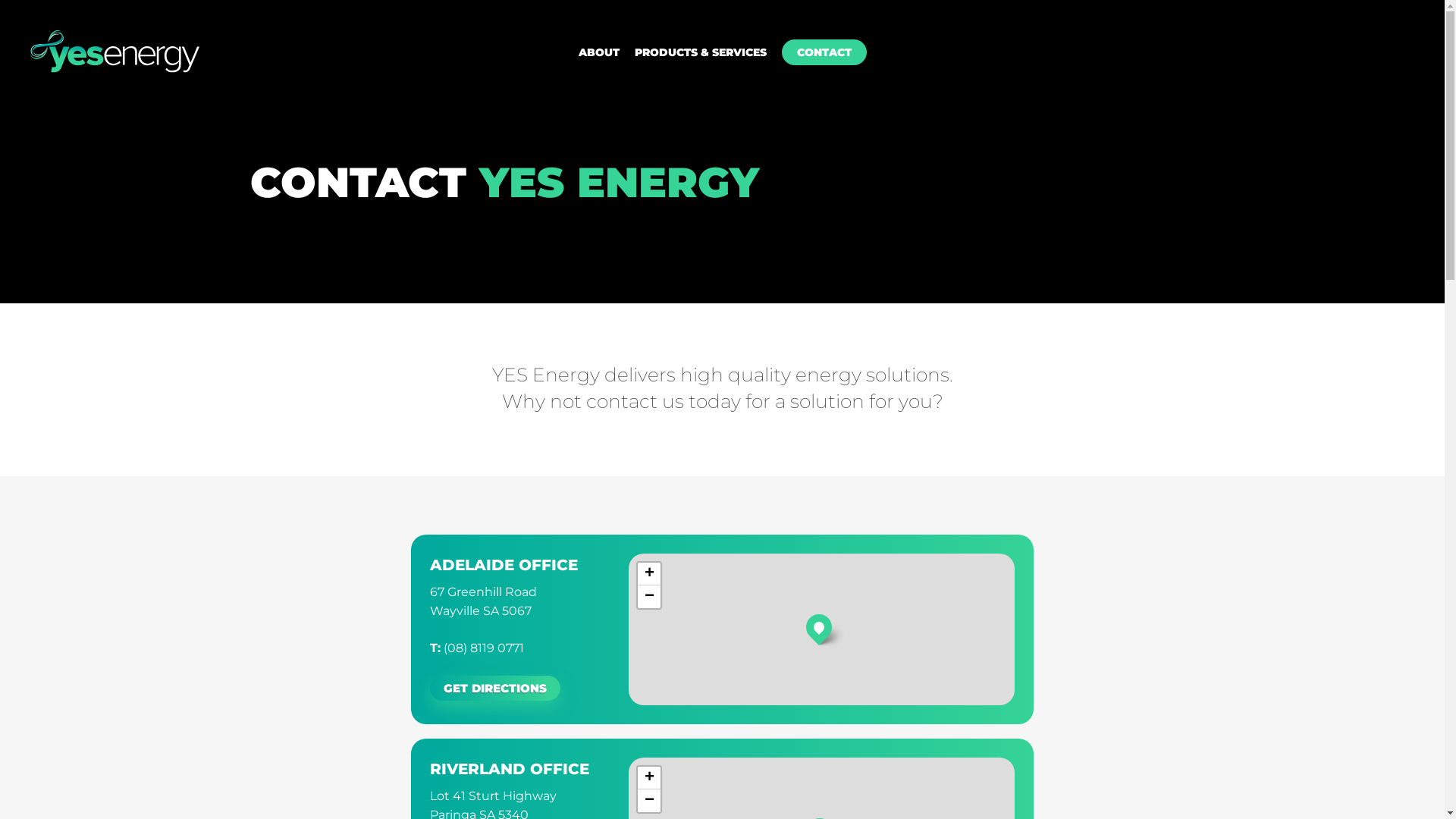 The height and width of the screenshot is (819, 1456). Describe the element at coordinates (648, 778) in the screenshot. I see `'+'` at that location.